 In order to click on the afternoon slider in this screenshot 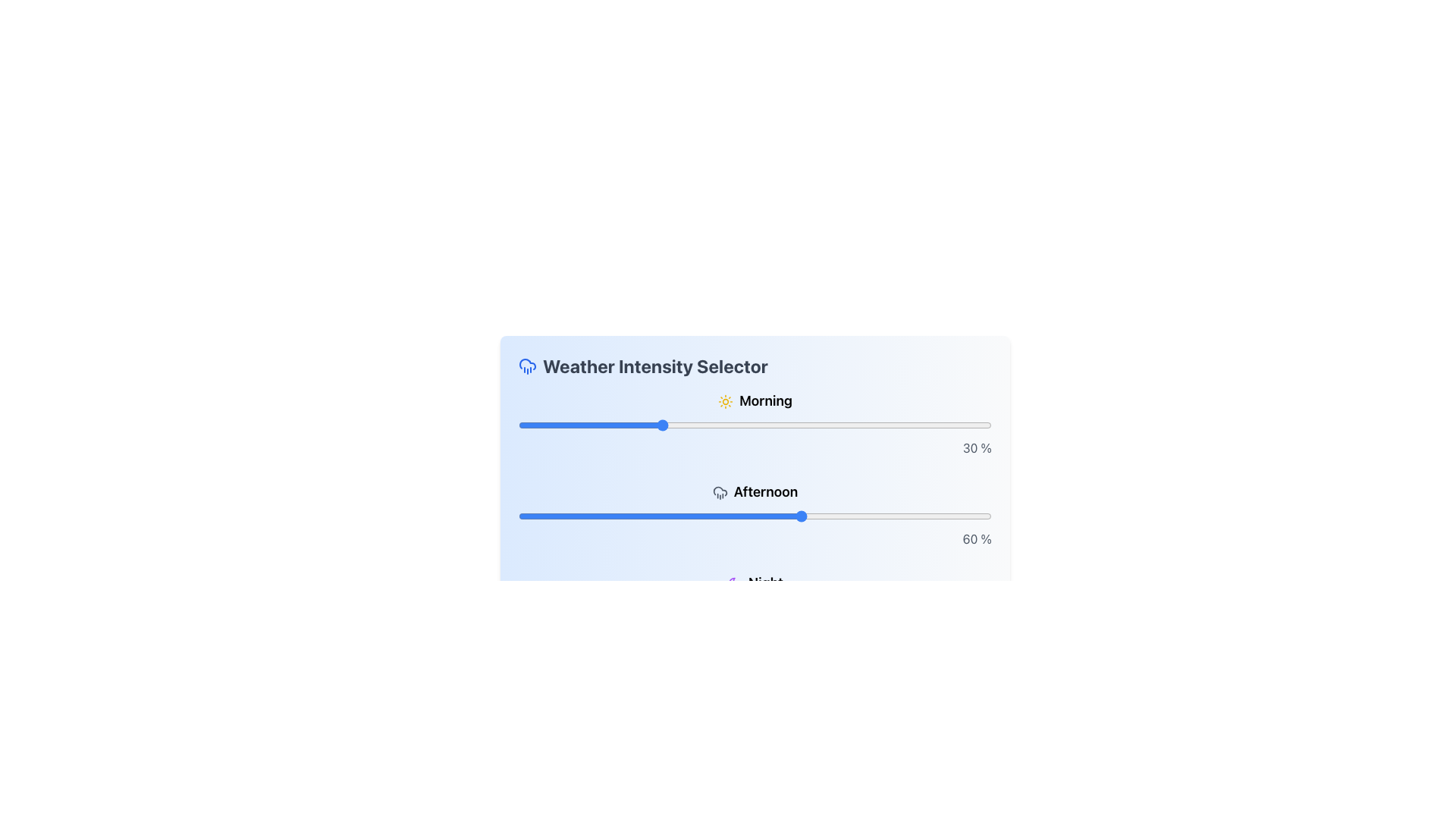, I will do `click(859, 516)`.